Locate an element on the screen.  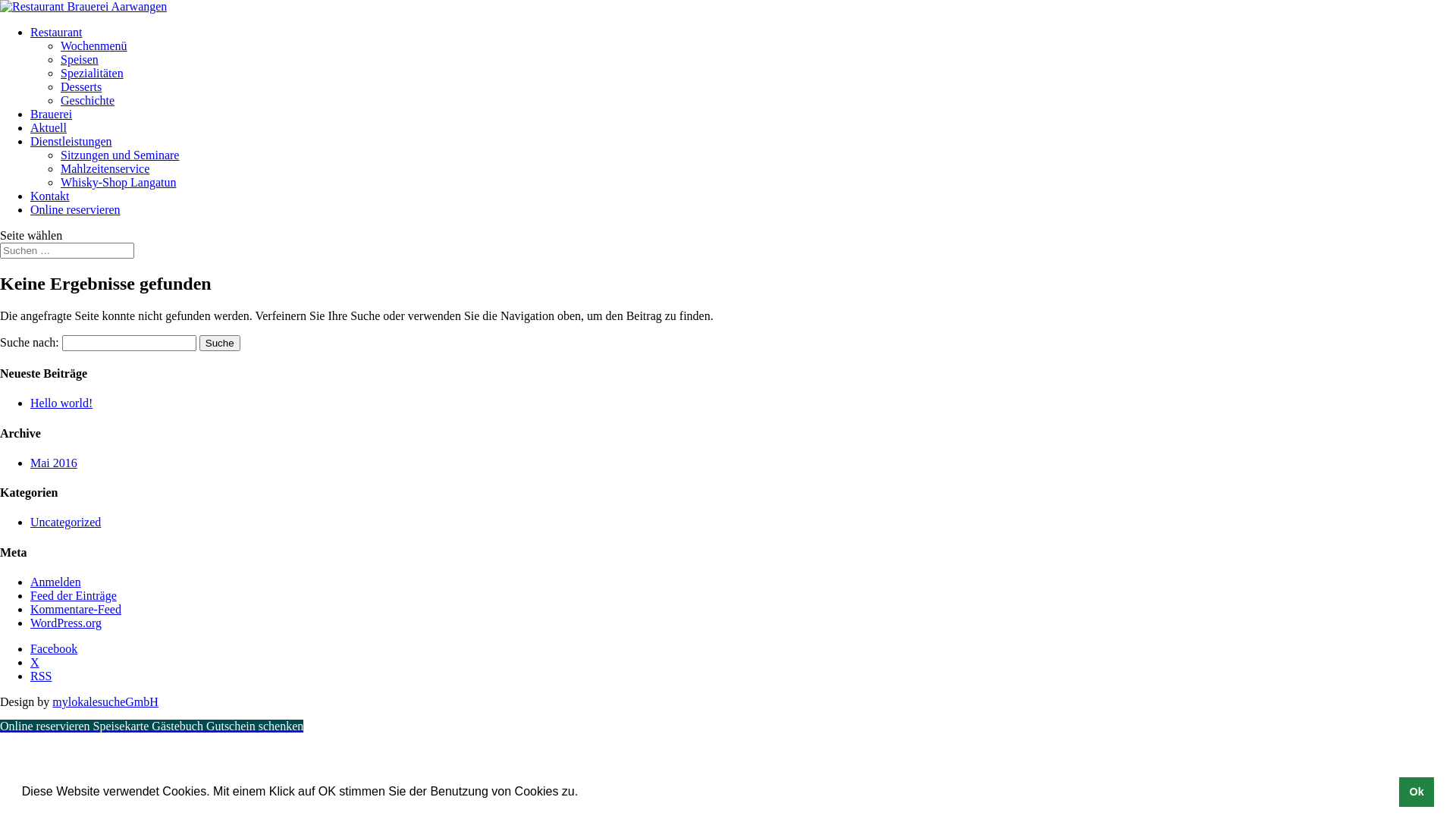
'Aktuell' is located at coordinates (30, 127).